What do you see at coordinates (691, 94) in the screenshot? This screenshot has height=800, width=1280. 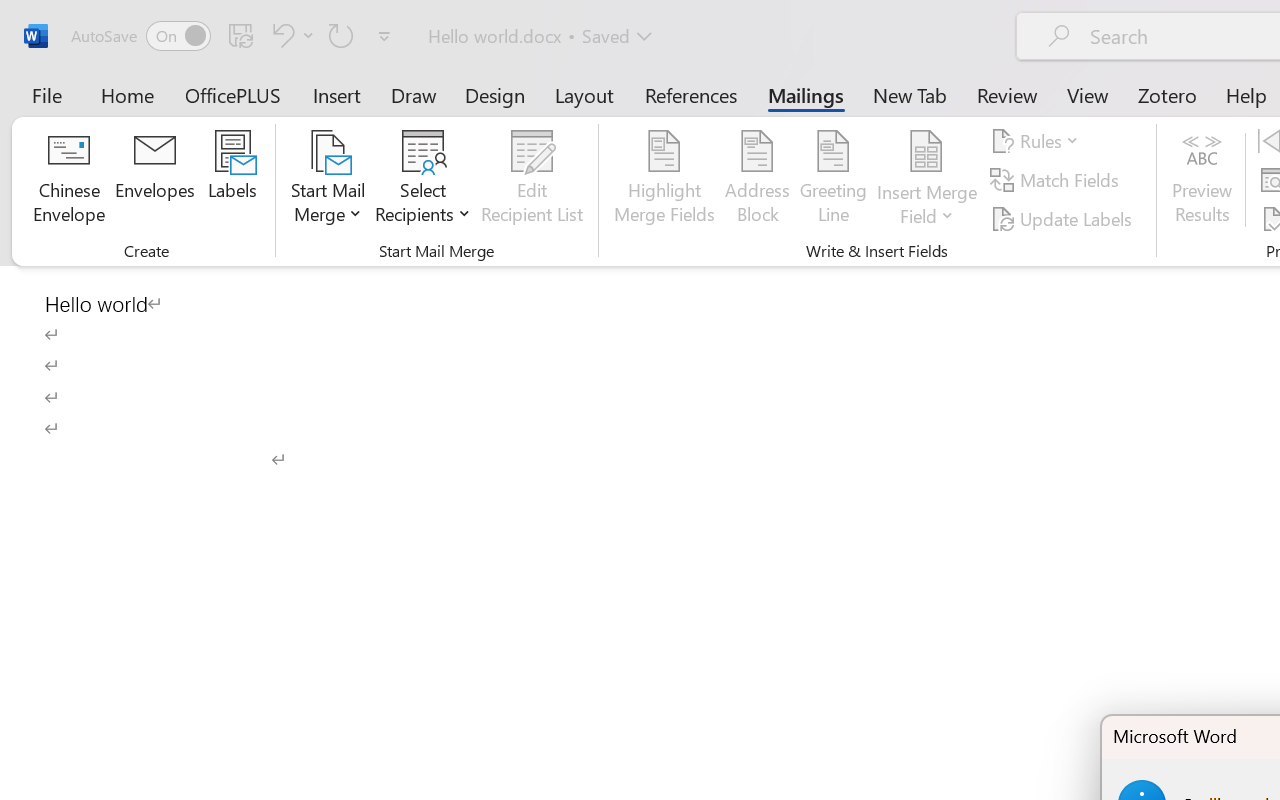 I see `'References'` at bounding box center [691, 94].